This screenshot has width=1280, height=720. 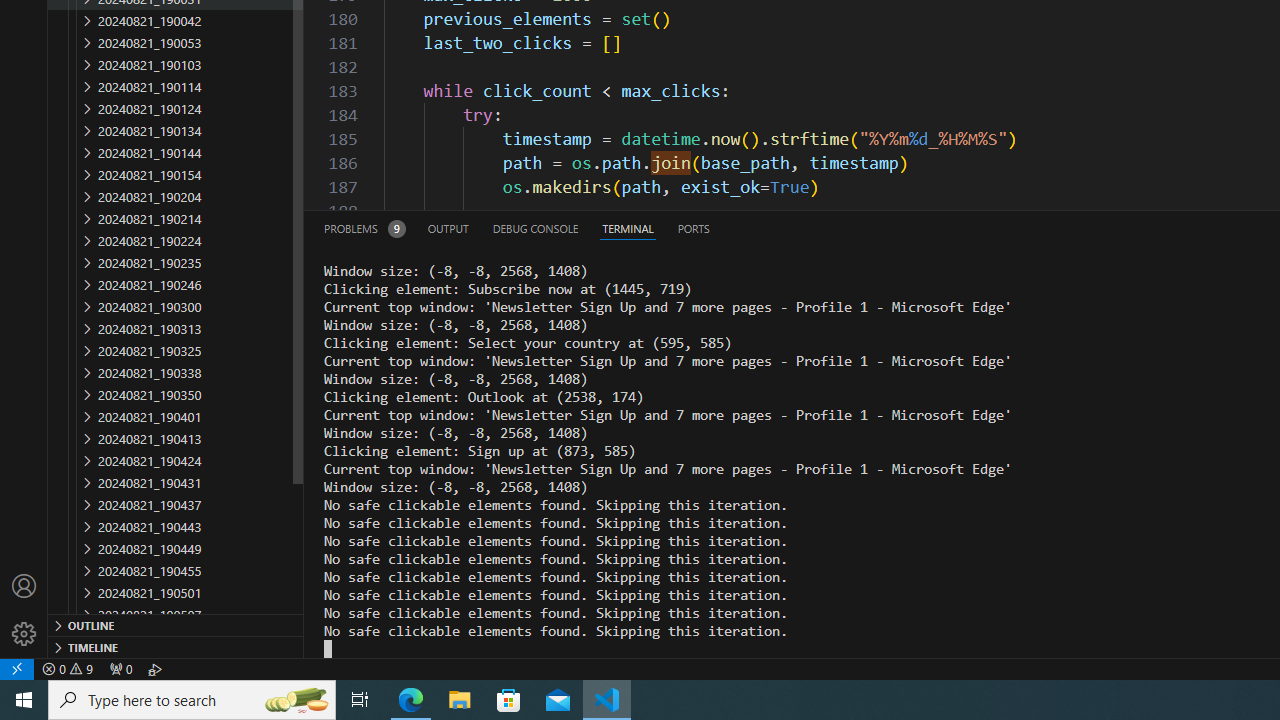 I want to click on 'Accounts', so click(x=24, y=585).